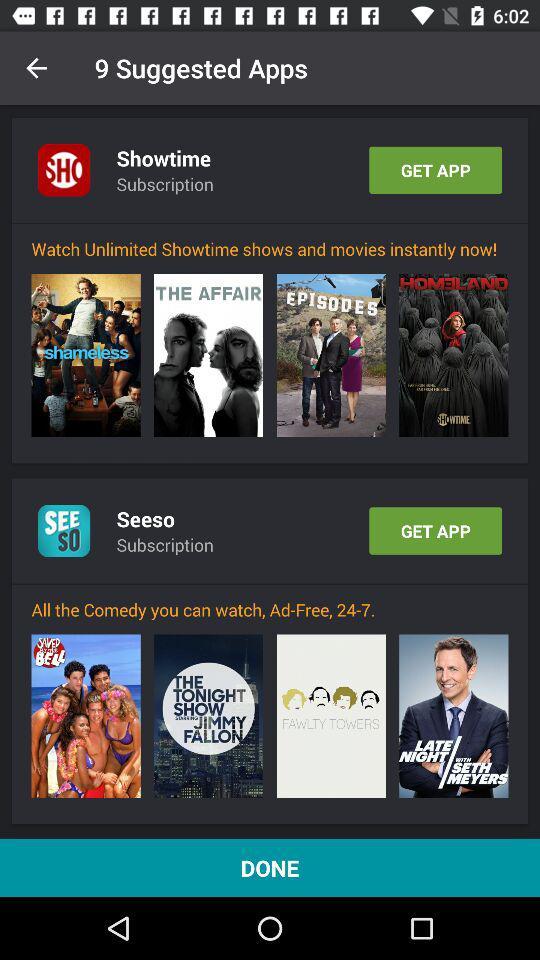 This screenshot has height=960, width=540. Describe the element at coordinates (331, 716) in the screenshot. I see `the item above done icon` at that location.